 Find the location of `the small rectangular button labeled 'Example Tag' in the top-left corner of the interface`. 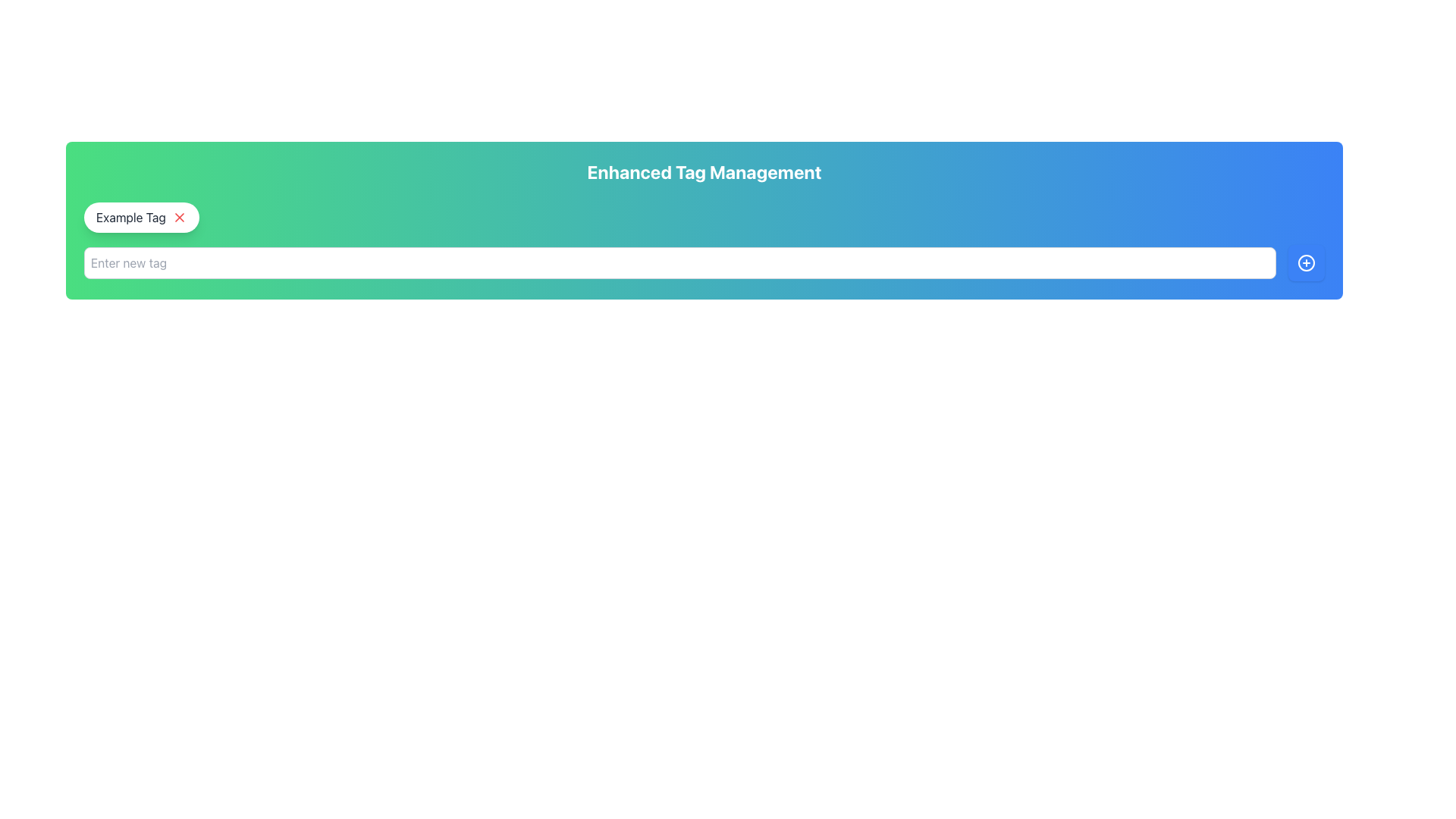

the small rectangular button labeled 'Example Tag' in the top-left corner of the interface is located at coordinates (141, 217).